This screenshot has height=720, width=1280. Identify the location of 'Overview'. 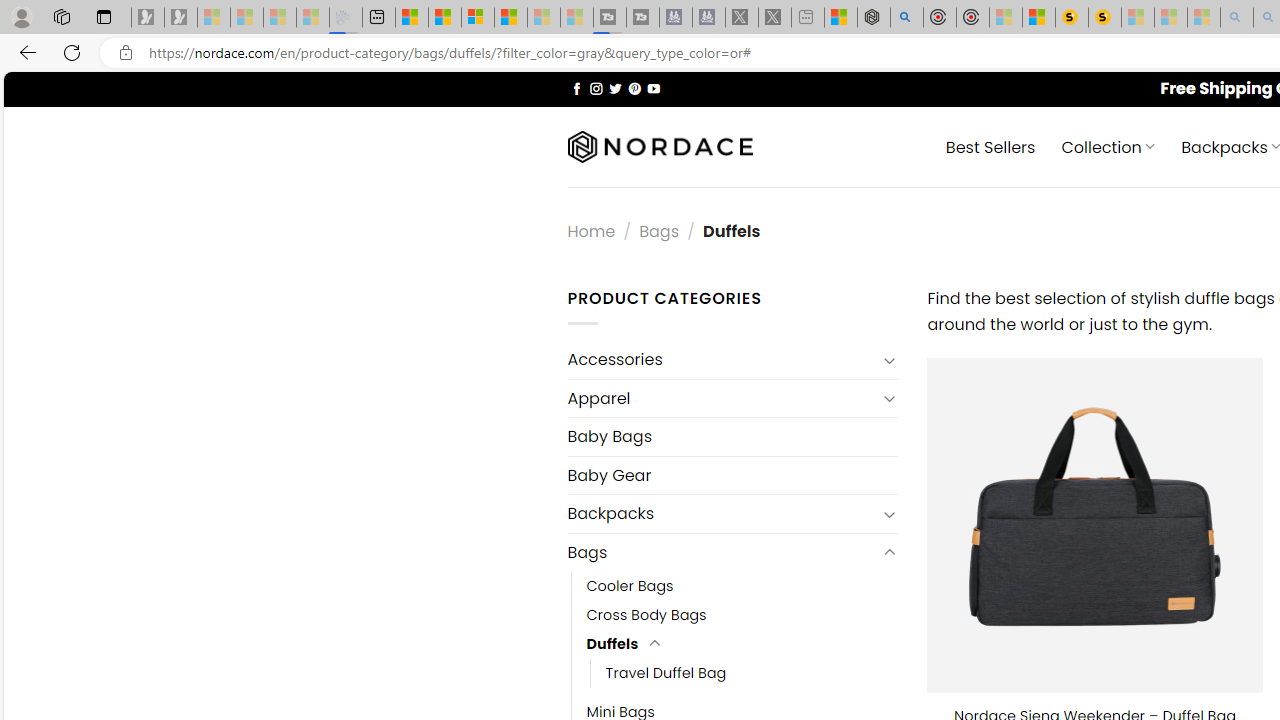
(477, 17).